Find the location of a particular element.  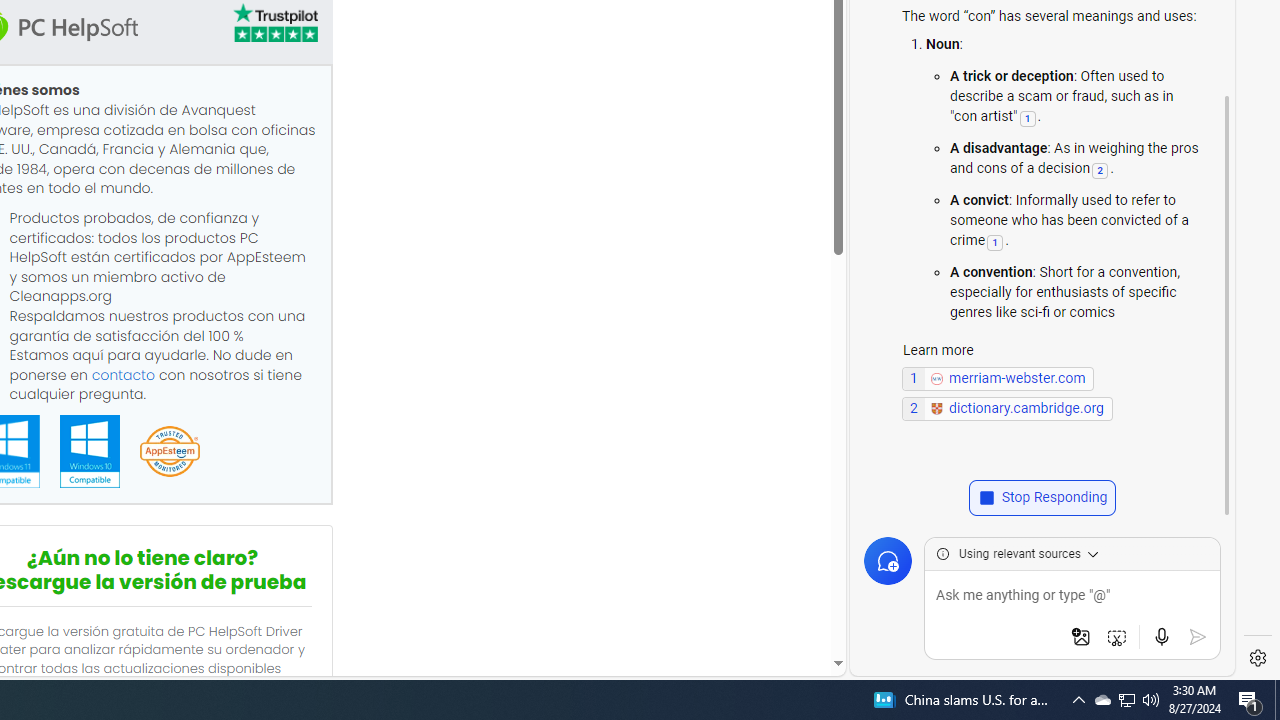

'contacto' is located at coordinates (122, 374).